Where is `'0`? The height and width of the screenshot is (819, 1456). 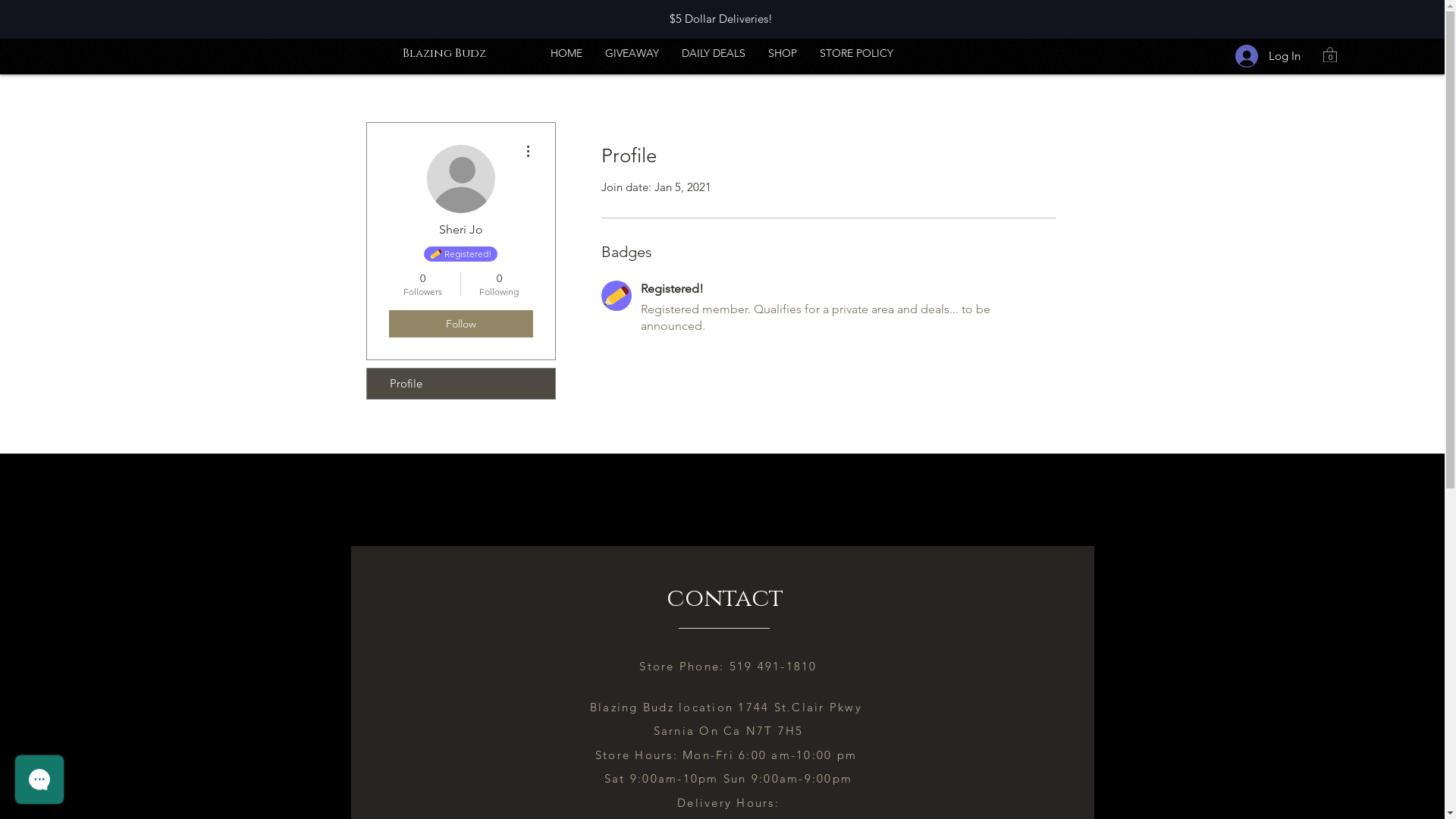 '0 is located at coordinates (499, 284).